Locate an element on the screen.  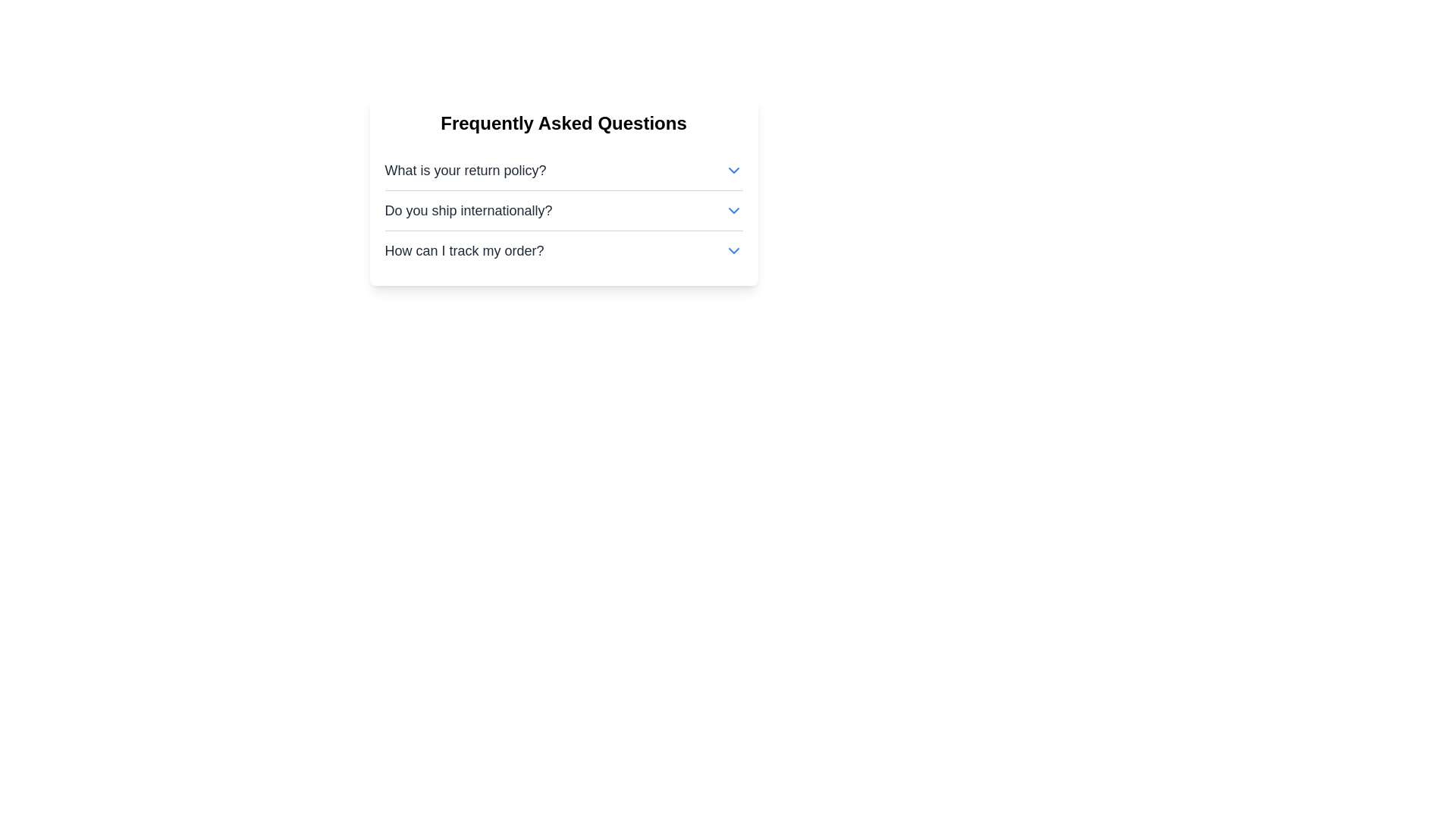
the first text label in the FAQ section, which is positioned adjacent to a chevron-down icon is located at coordinates (465, 170).